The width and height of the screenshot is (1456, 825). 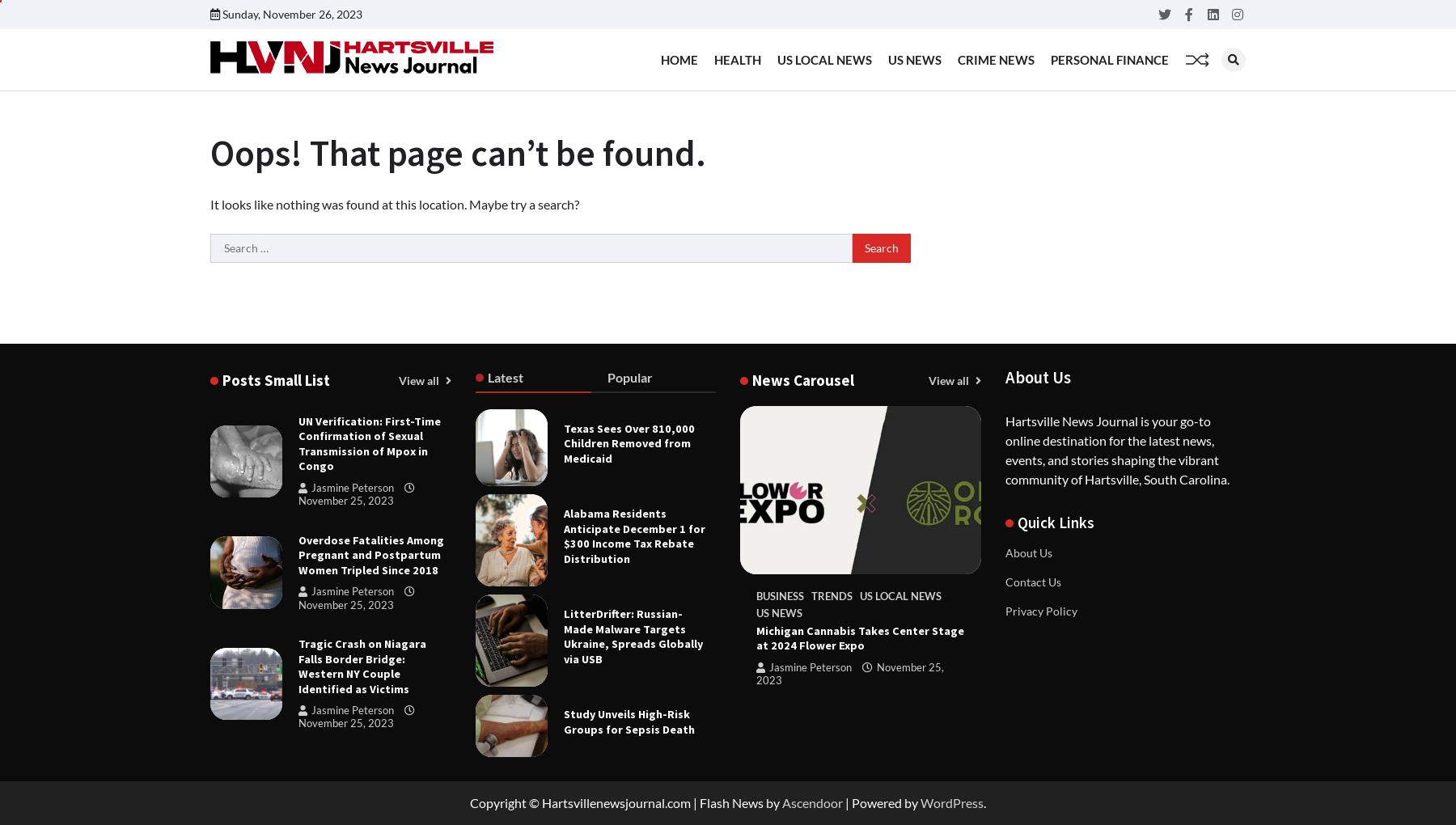 What do you see at coordinates (562, 635) in the screenshot?
I see `'LitterDrifter: Russian-Made Malware Targets Ukraine, Spreads Globally via USB'` at bounding box center [562, 635].